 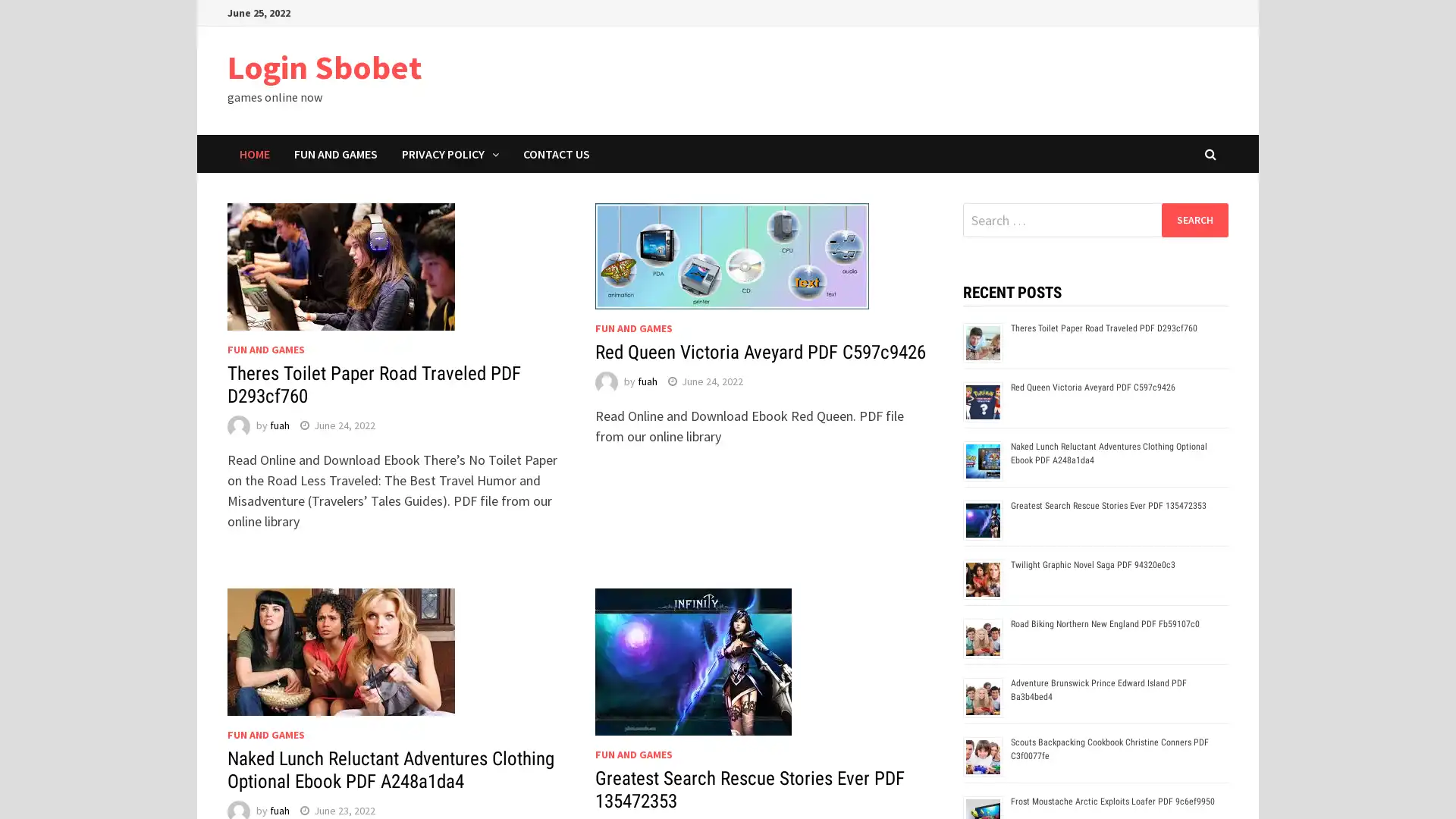 I want to click on Search, so click(x=1194, y=219).